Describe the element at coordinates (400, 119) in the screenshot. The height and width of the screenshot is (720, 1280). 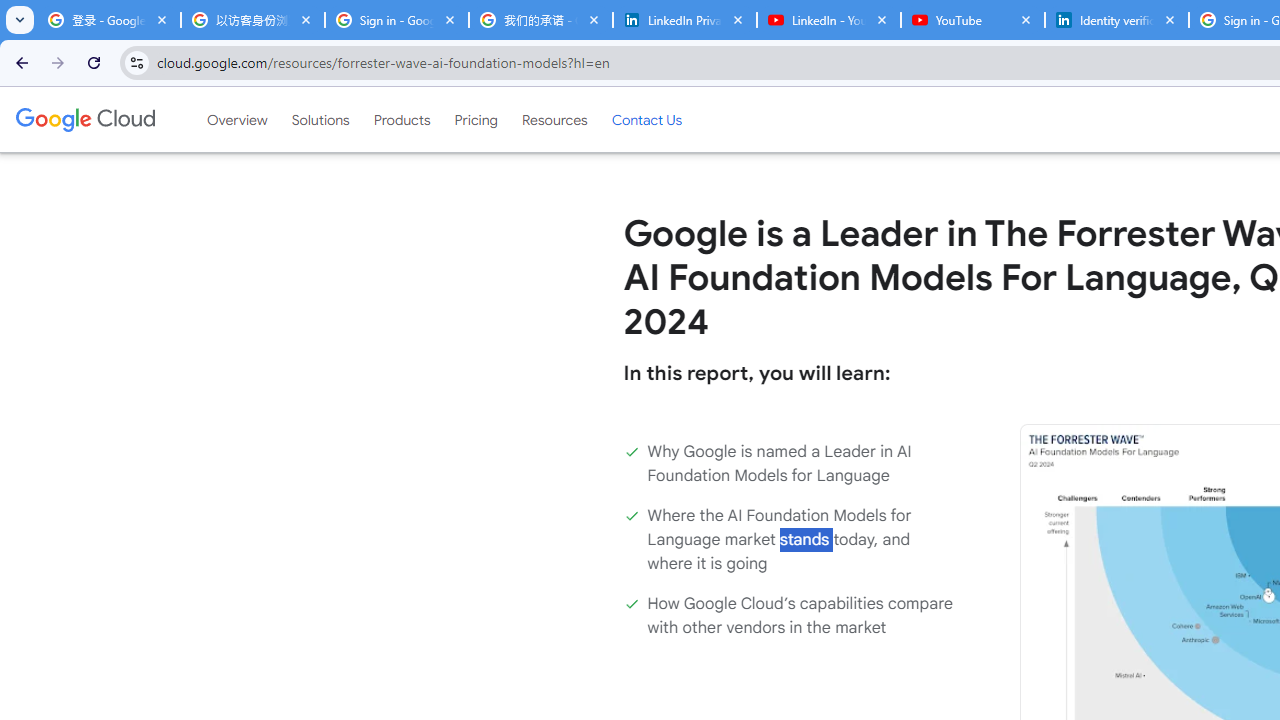
I see `'Products'` at that location.